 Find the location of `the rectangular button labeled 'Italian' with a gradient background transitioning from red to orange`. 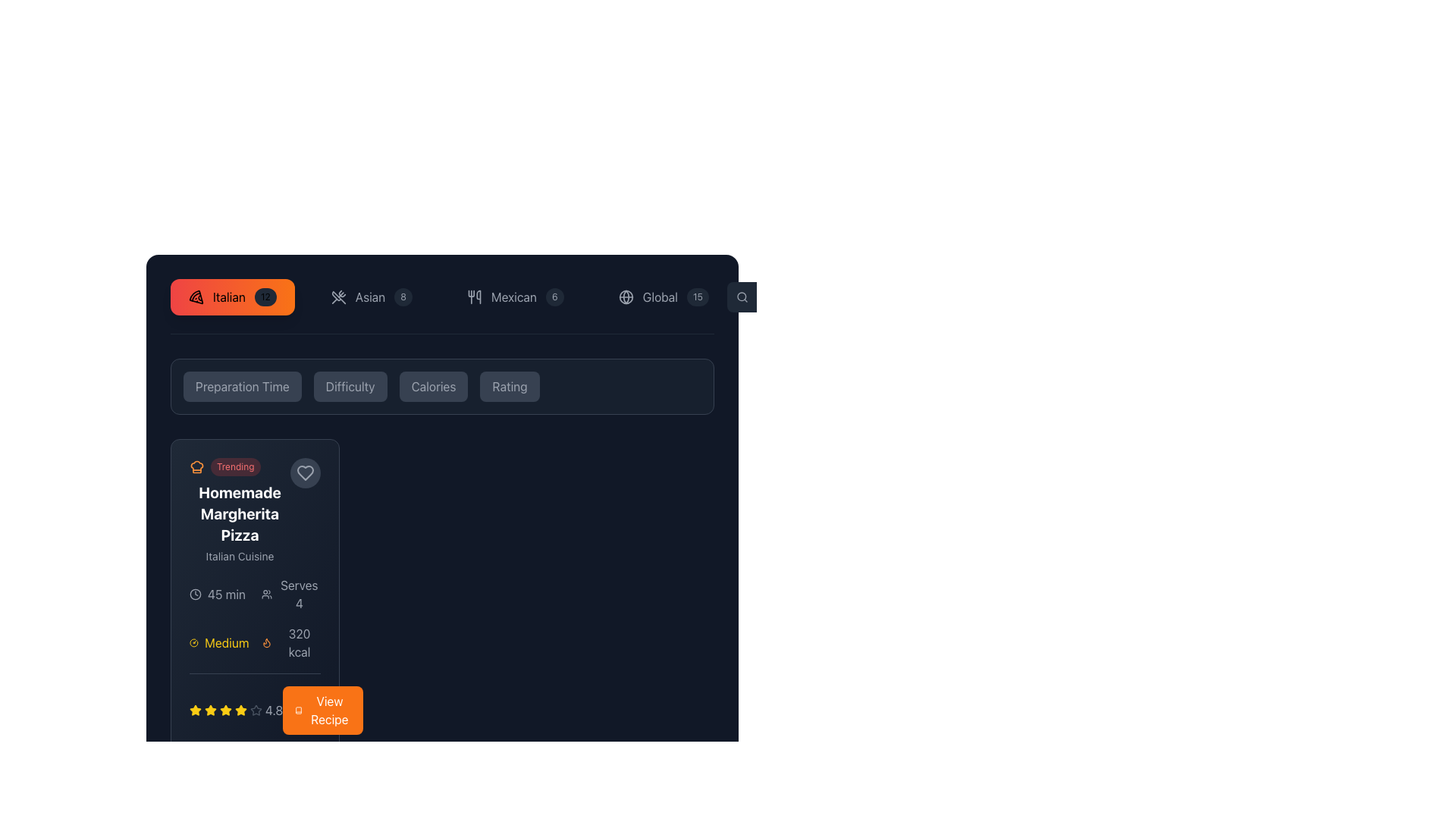

the rectangular button labeled 'Italian' with a gradient background transitioning from red to orange is located at coordinates (231, 297).